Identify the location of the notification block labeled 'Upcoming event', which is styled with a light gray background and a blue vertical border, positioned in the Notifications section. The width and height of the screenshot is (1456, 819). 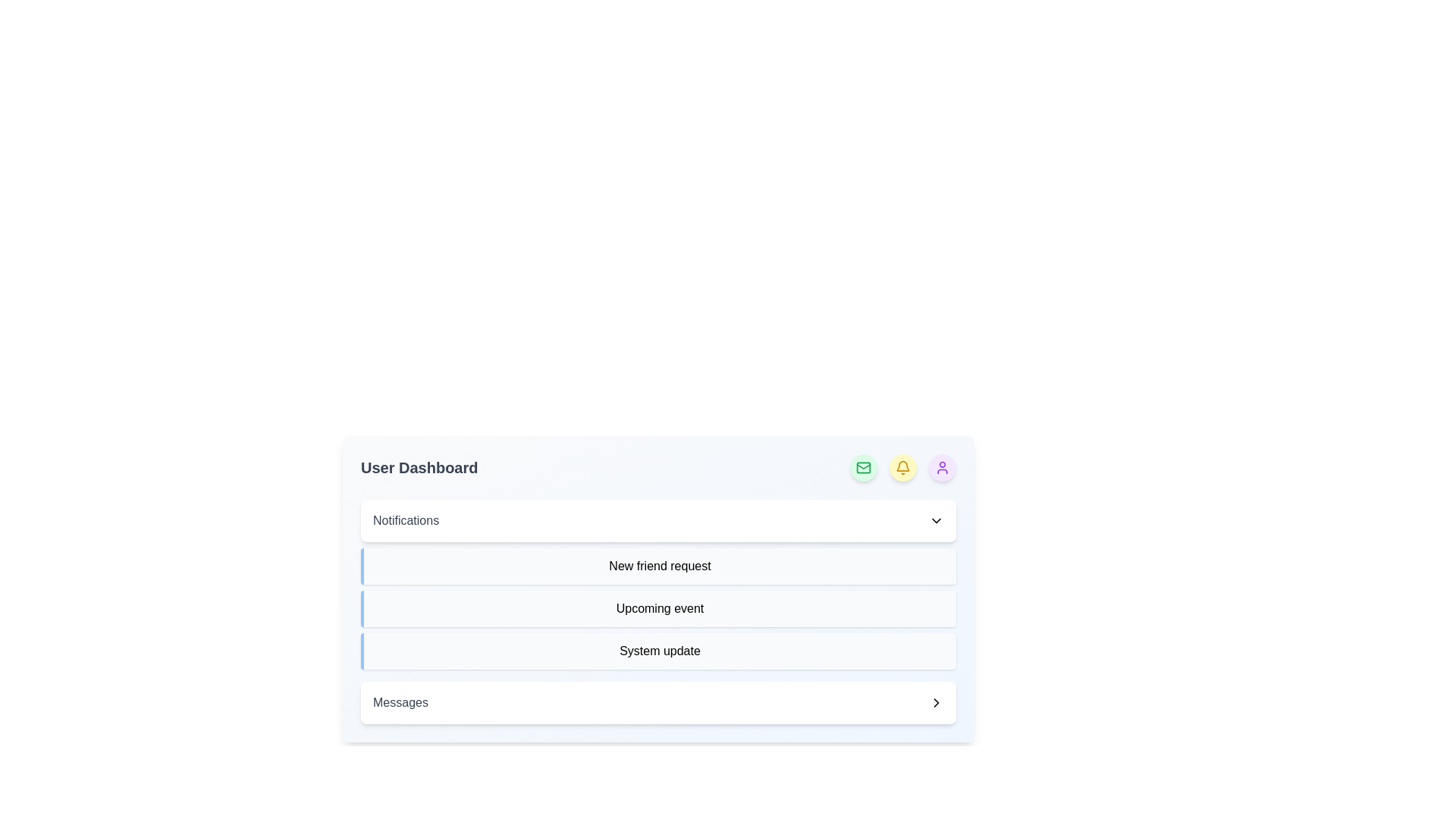
(658, 607).